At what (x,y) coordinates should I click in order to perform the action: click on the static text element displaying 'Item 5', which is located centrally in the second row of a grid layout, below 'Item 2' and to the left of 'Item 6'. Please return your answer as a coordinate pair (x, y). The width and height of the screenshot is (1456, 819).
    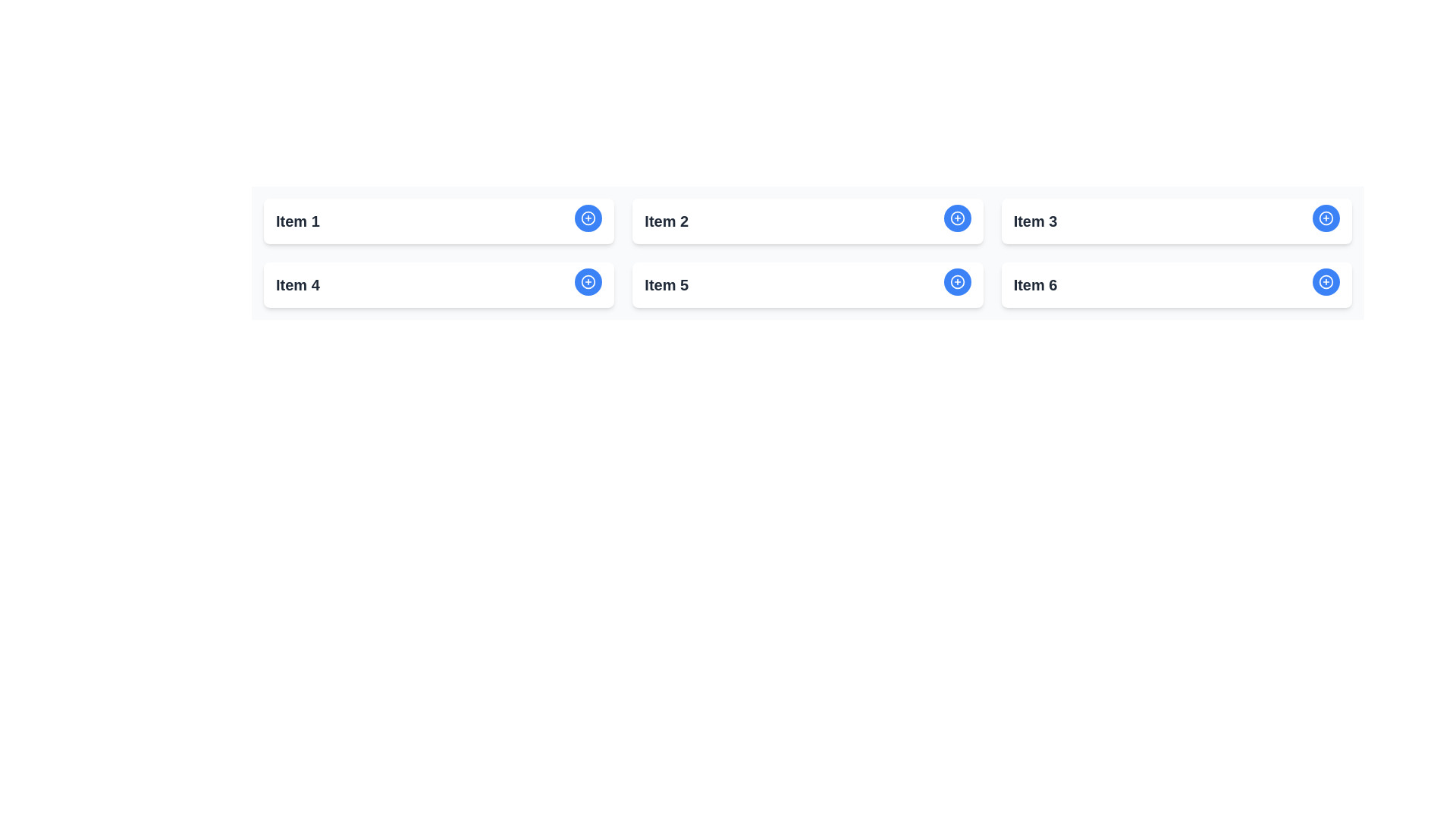
    Looking at the image, I should click on (667, 284).